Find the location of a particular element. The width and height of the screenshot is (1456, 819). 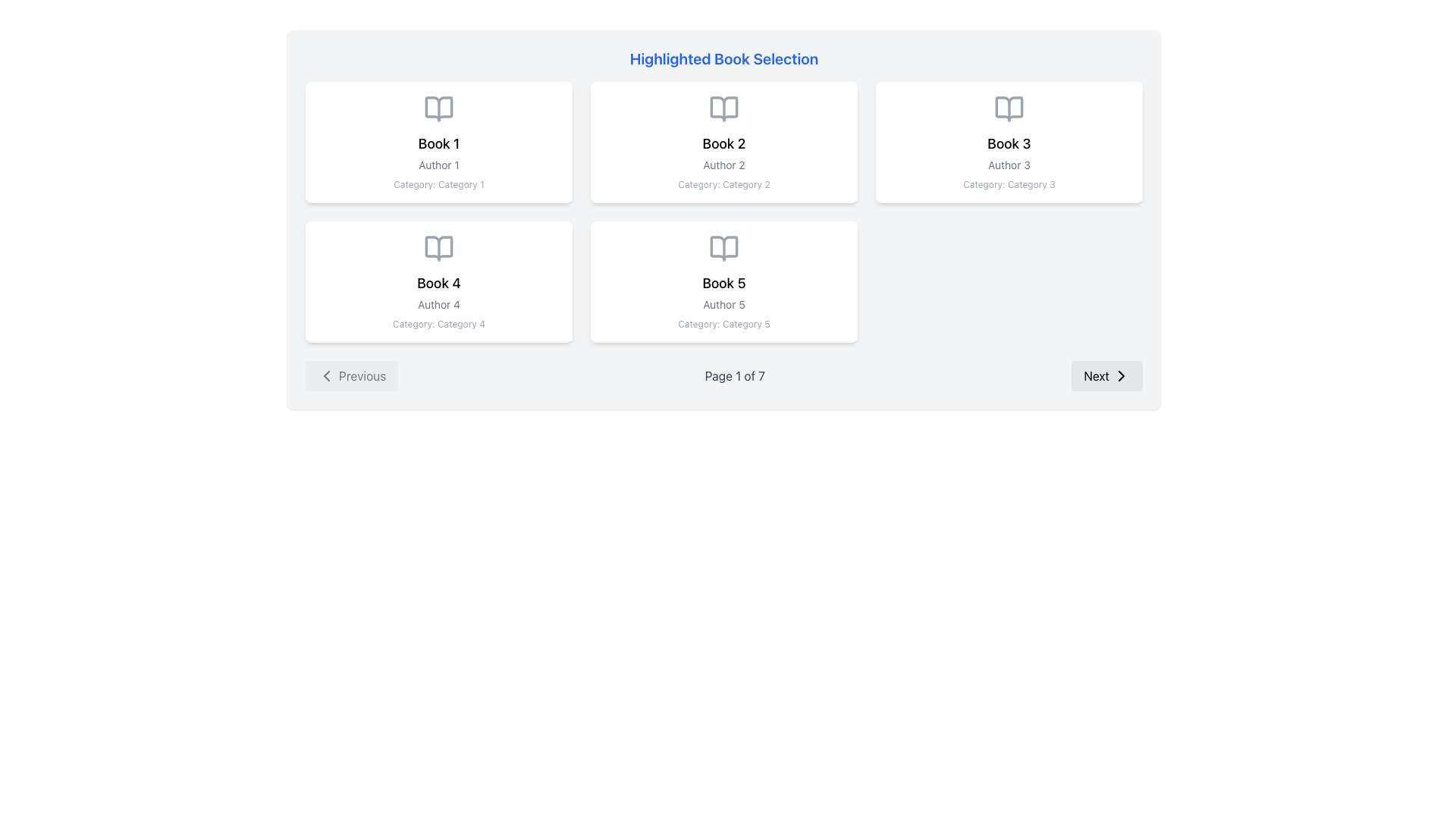

the first informational card displaying 'Book 1', which includes the book title, author name, and category, located at the top-left of the grid layout is located at coordinates (438, 143).